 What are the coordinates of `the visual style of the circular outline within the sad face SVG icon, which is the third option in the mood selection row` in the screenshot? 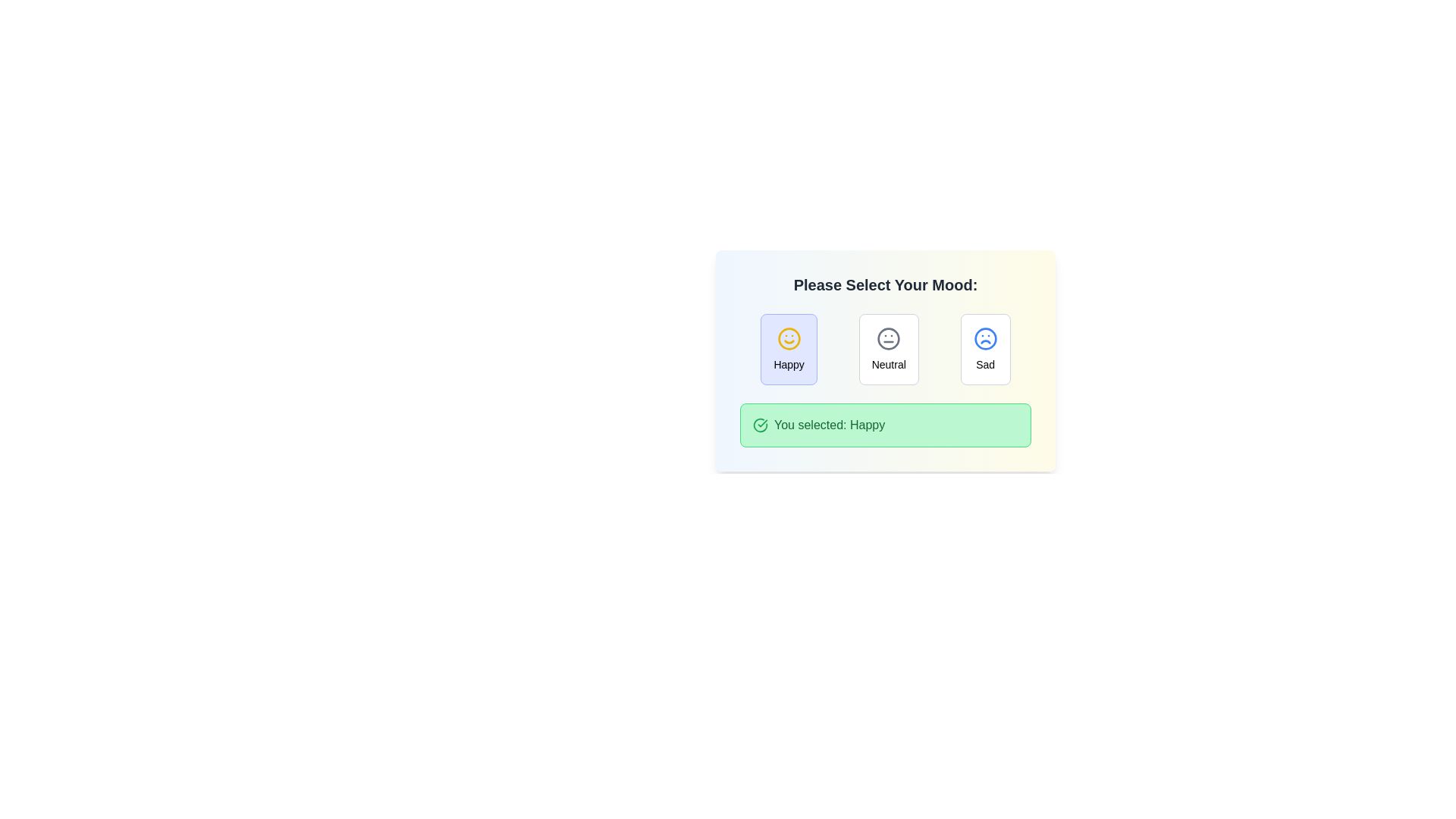 It's located at (985, 338).